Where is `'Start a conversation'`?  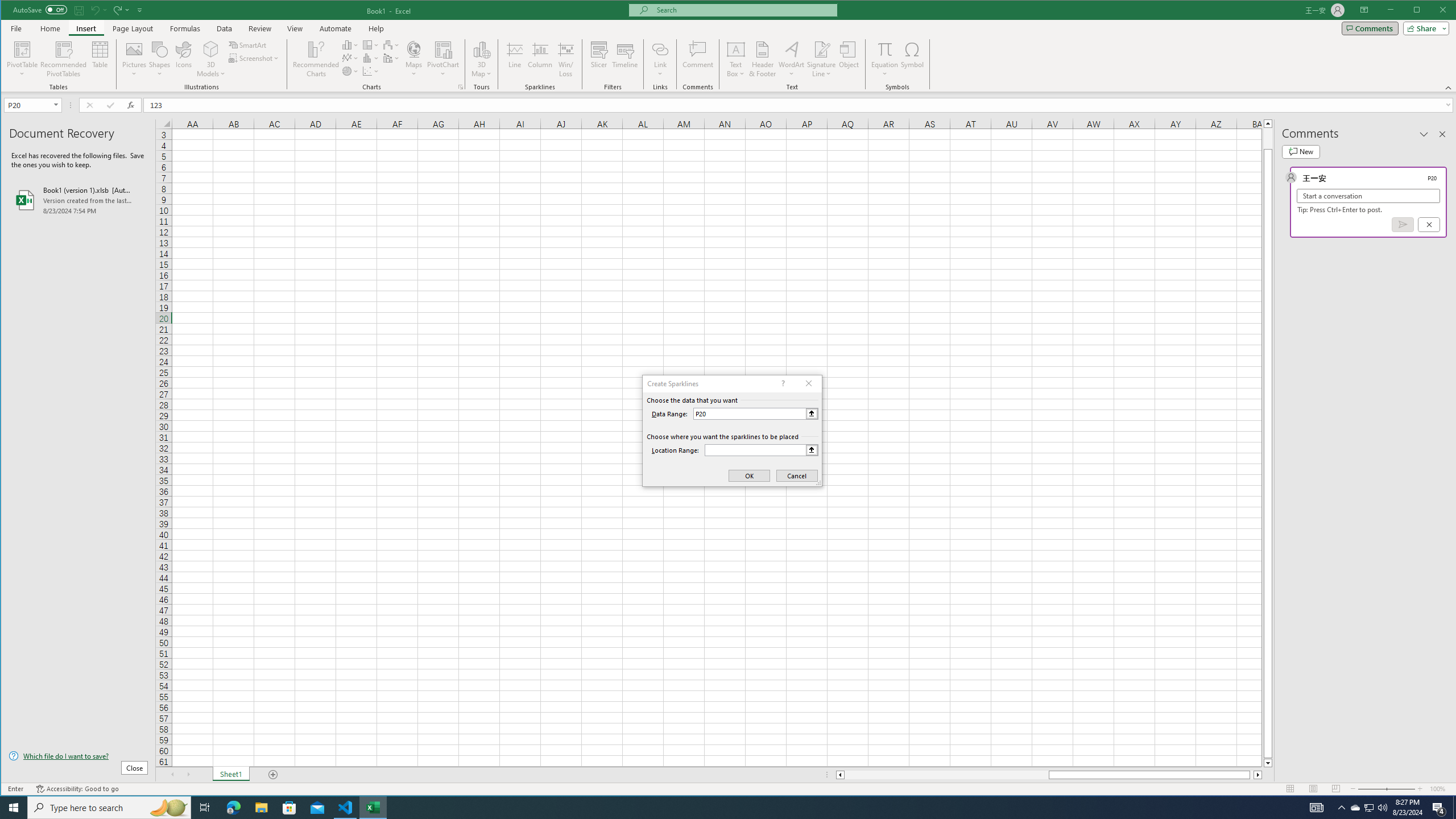 'Start a conversation' is located at coordinates (1368, 196).